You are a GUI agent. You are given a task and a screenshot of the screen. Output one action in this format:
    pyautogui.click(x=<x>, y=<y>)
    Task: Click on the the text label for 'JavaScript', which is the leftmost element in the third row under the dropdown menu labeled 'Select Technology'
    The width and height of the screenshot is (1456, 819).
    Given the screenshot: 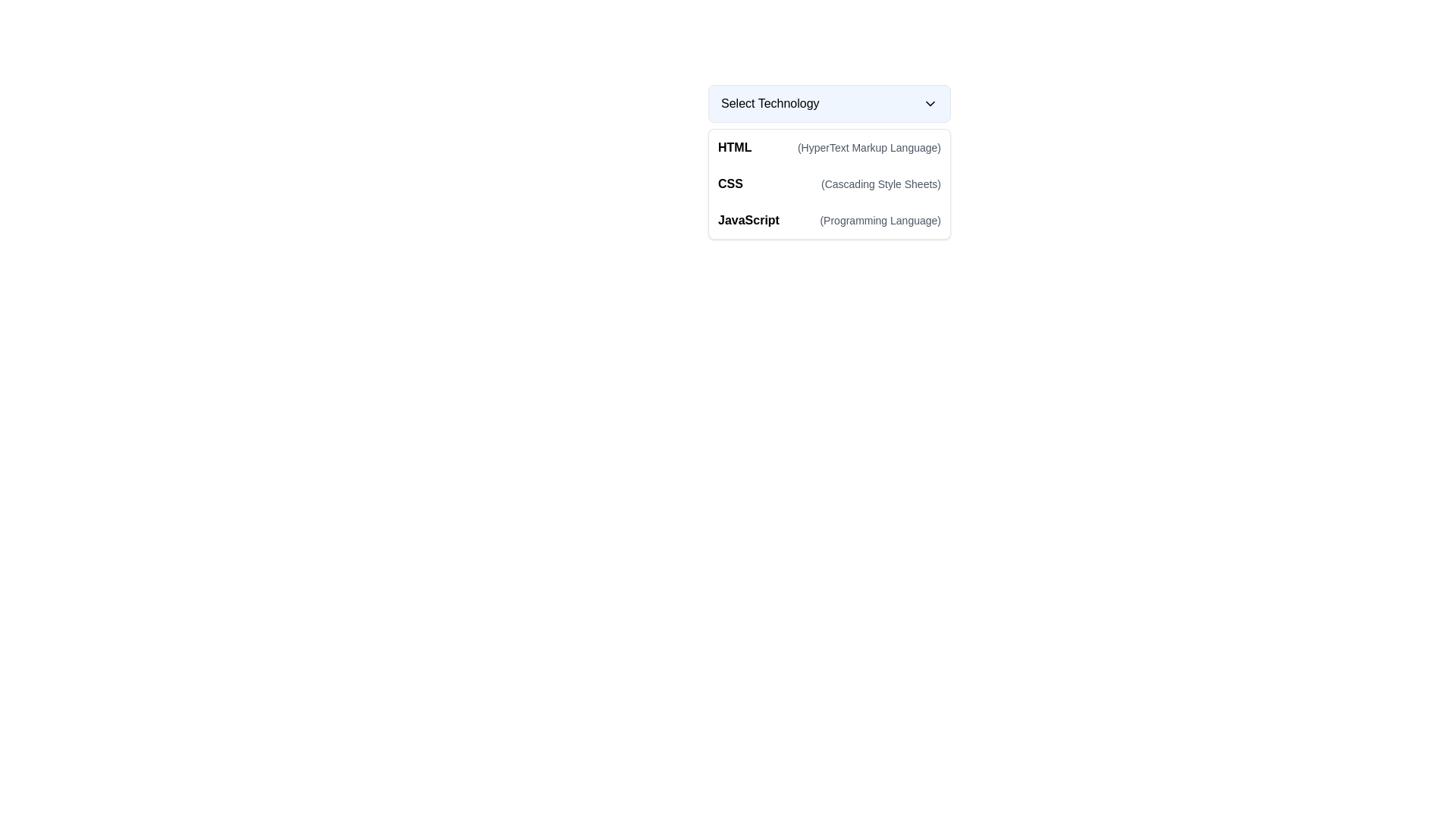 What is the action you would take?
    pyautogui.click(x=748, y=220)
    